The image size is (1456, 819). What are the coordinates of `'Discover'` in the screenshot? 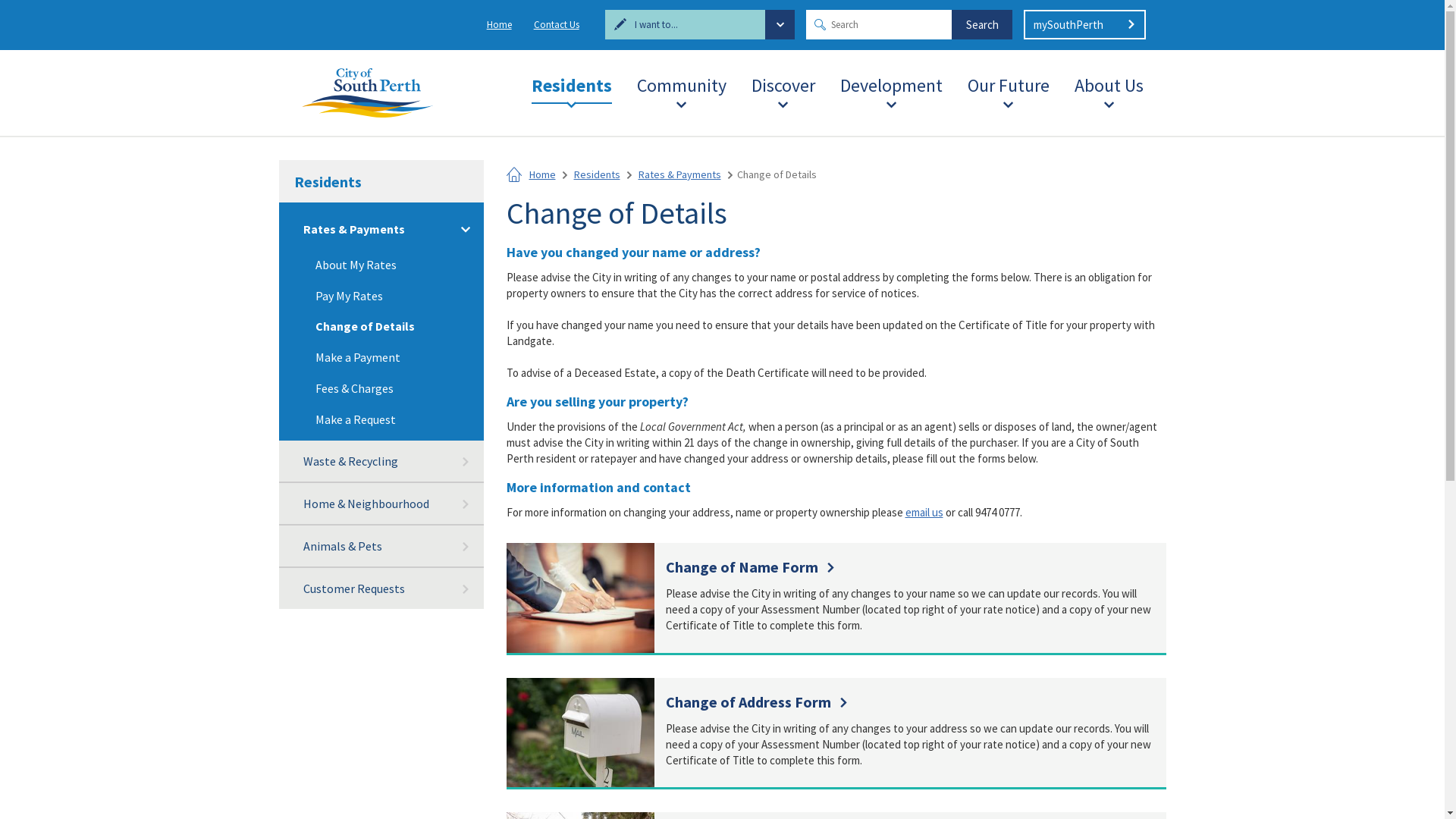 It's located at (783, 82).